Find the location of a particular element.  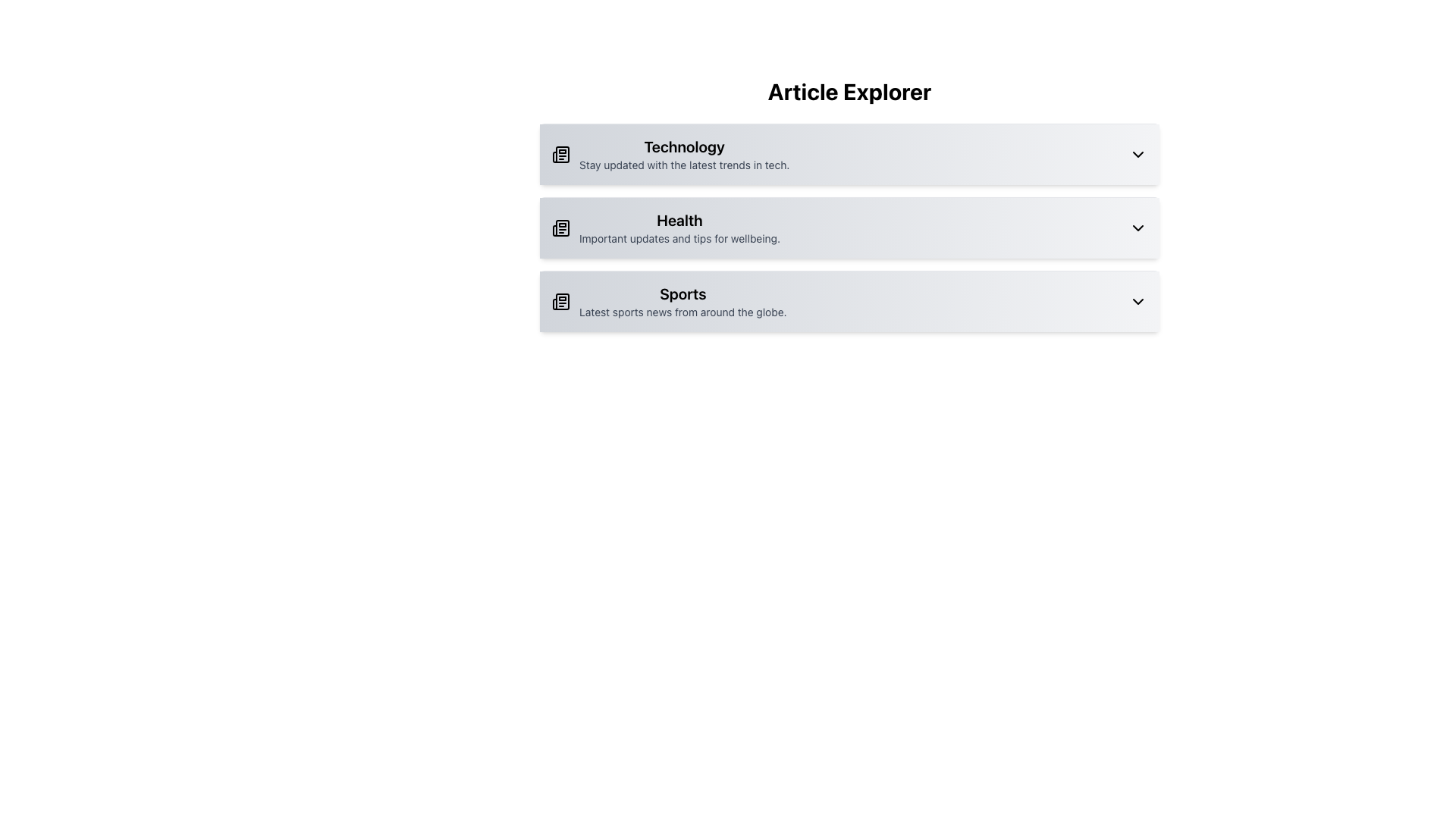

the second selectable card in the list under the 'Article Explorer' header for keyboard interaction is located at coordinates (849, 227).